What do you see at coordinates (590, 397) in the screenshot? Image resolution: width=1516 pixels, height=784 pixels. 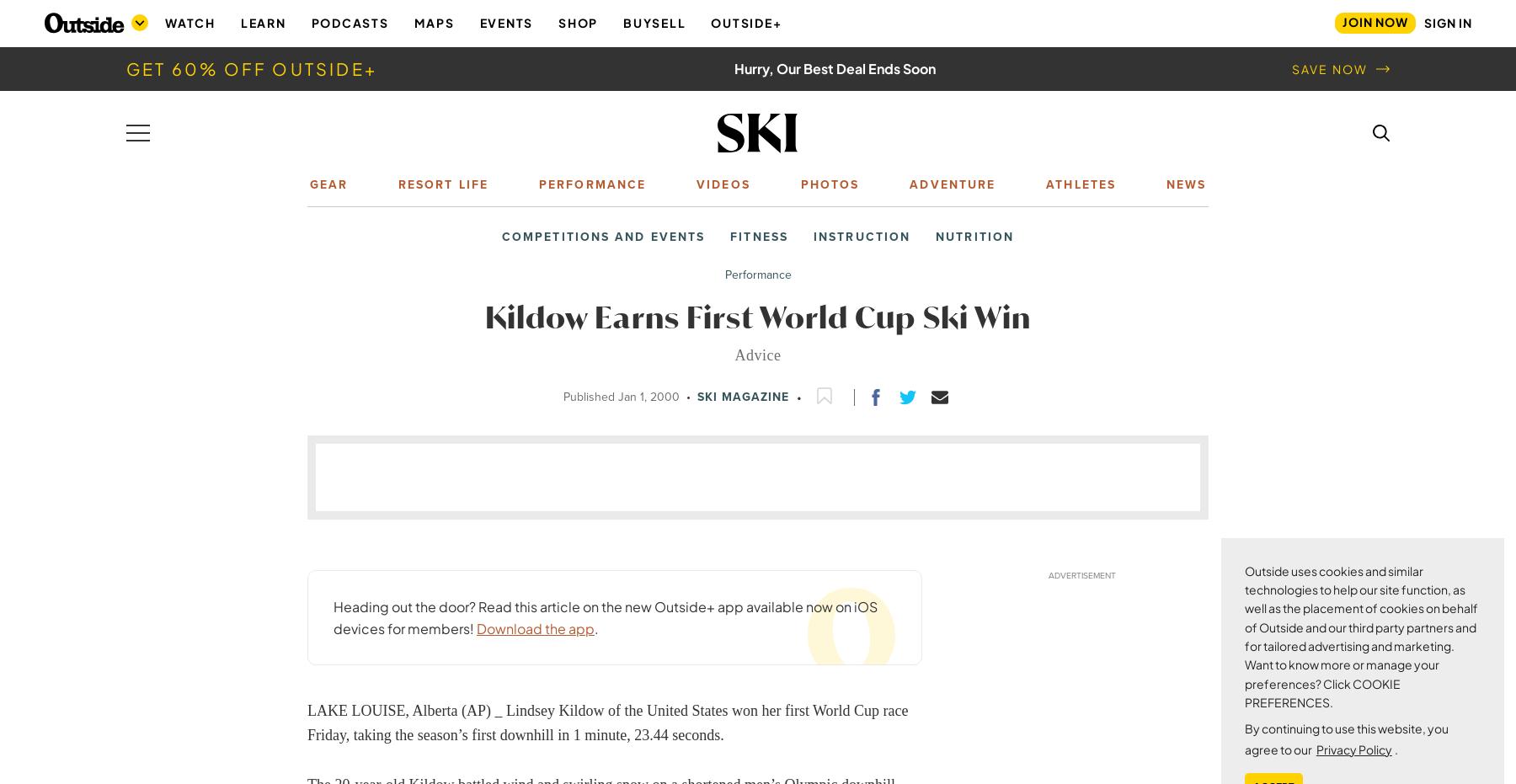 I see `'Published'` at bounding box center [590, 397].